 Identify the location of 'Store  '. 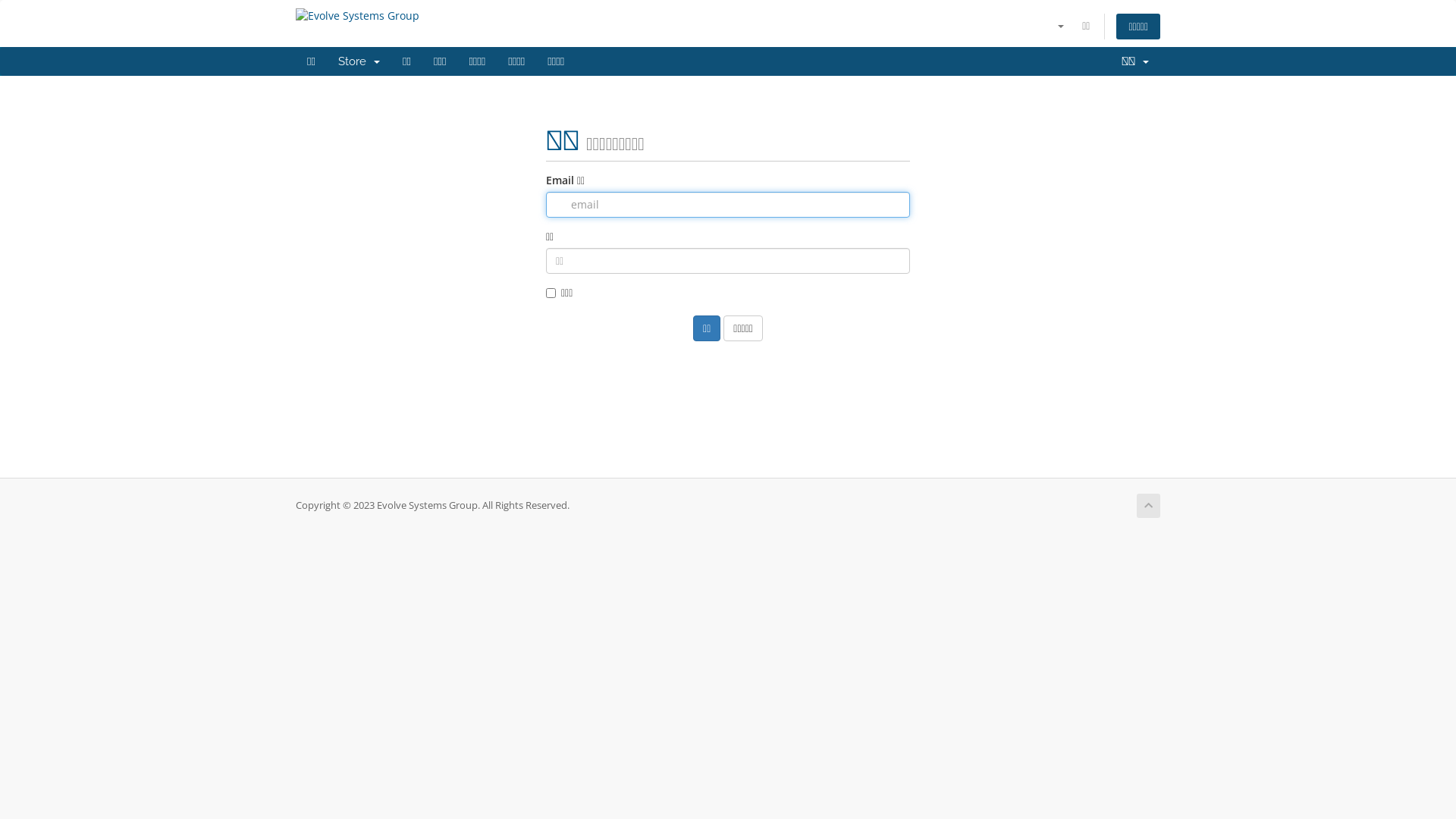
(358, 61).